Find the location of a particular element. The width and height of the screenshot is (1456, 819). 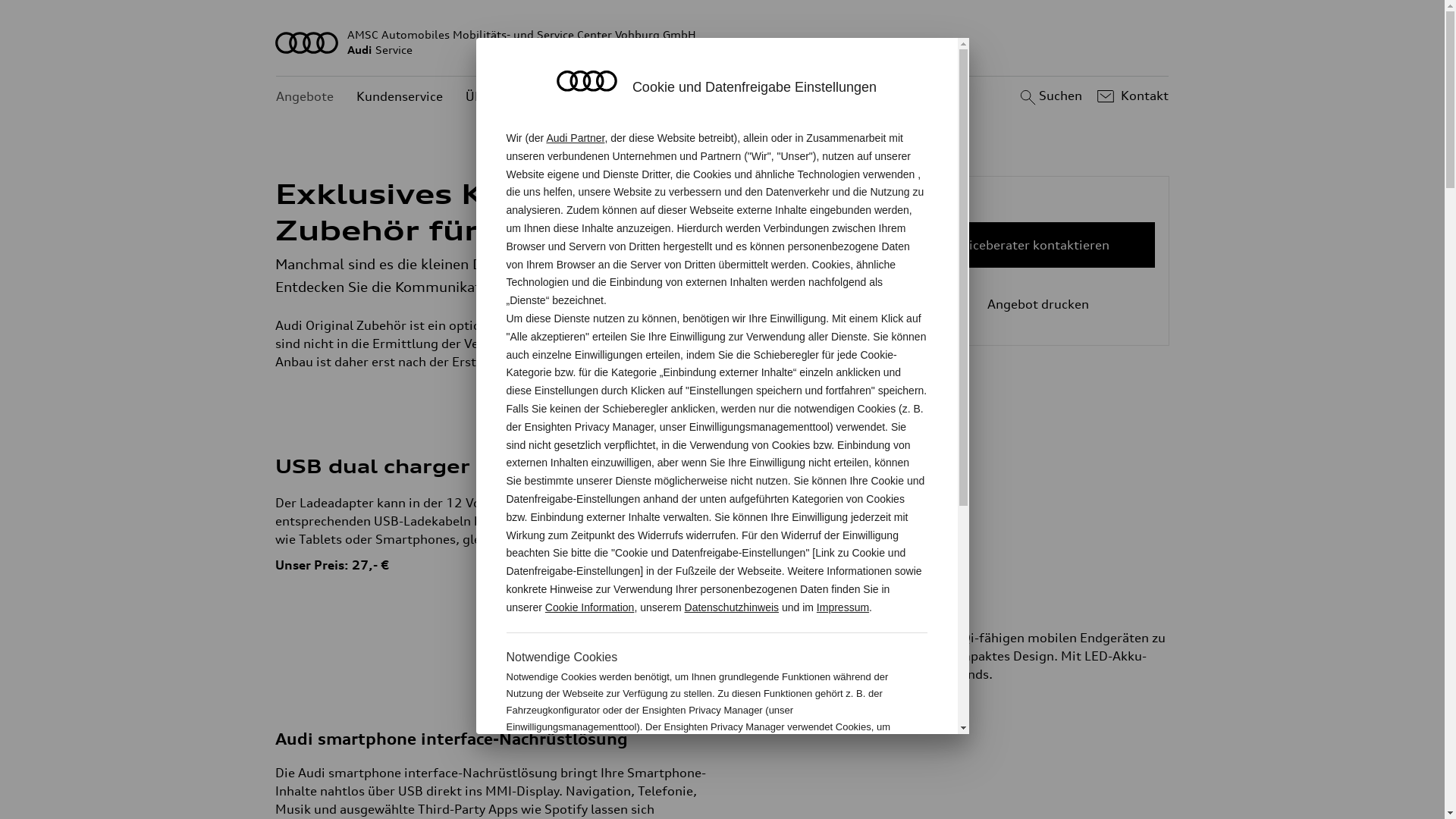

'Datenschutzhinweis' is located at coordinates (732, 607).